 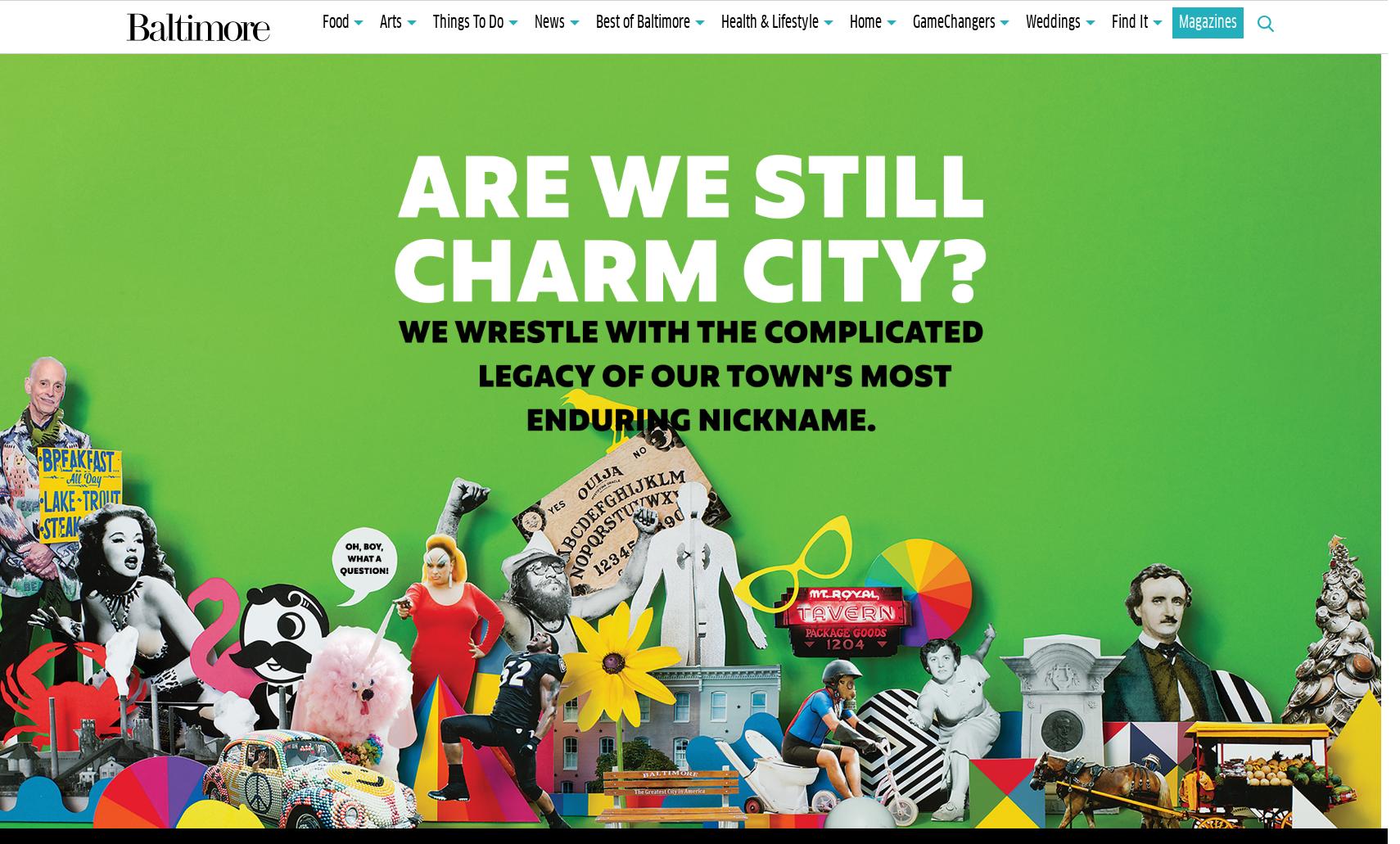 I want to click on 'Arts', so click(x=391, y=23).